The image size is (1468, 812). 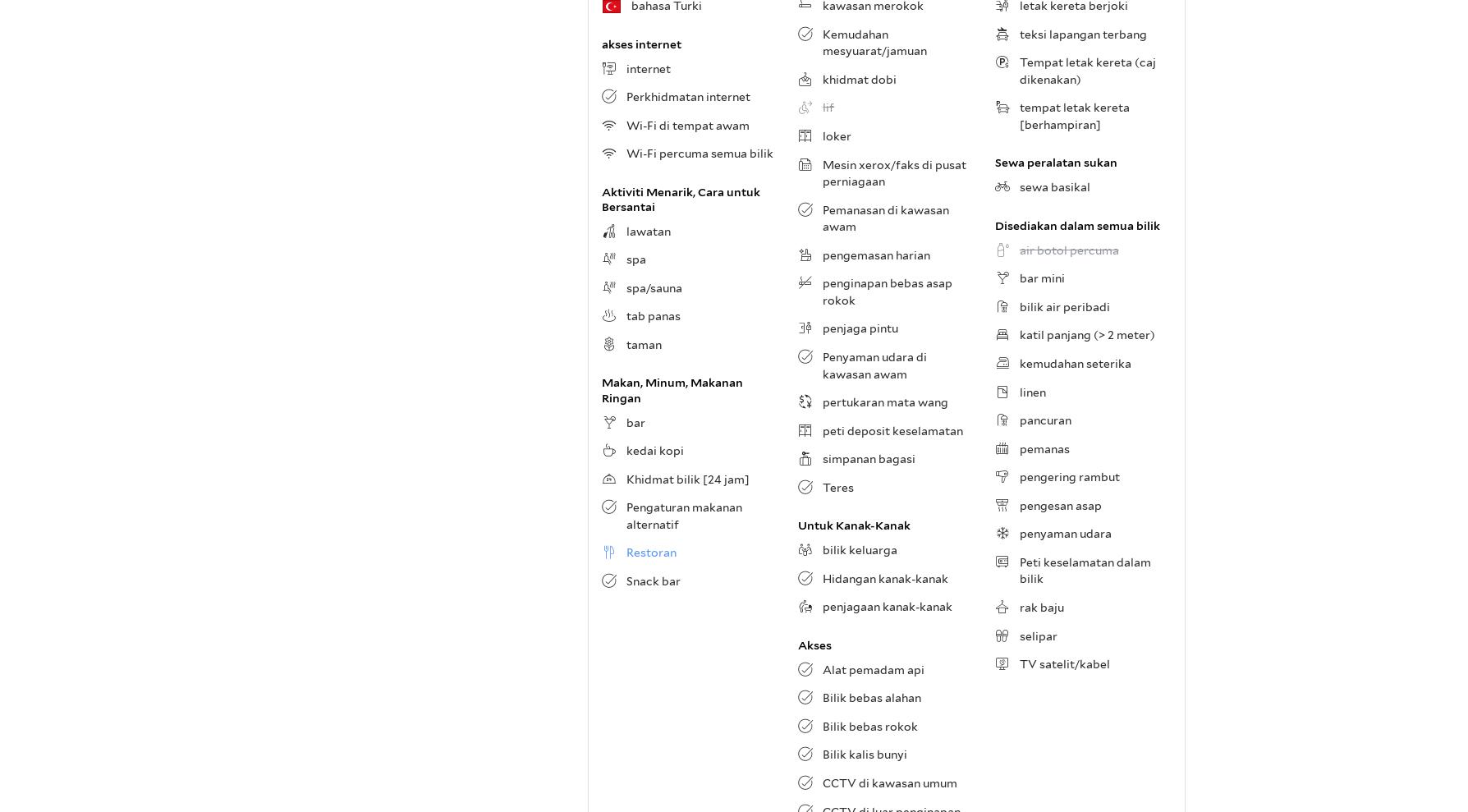 What do you see at coordinates (650, 552) in the screenshot?
I see `'Restoran'` at bounding box center [650, 552].